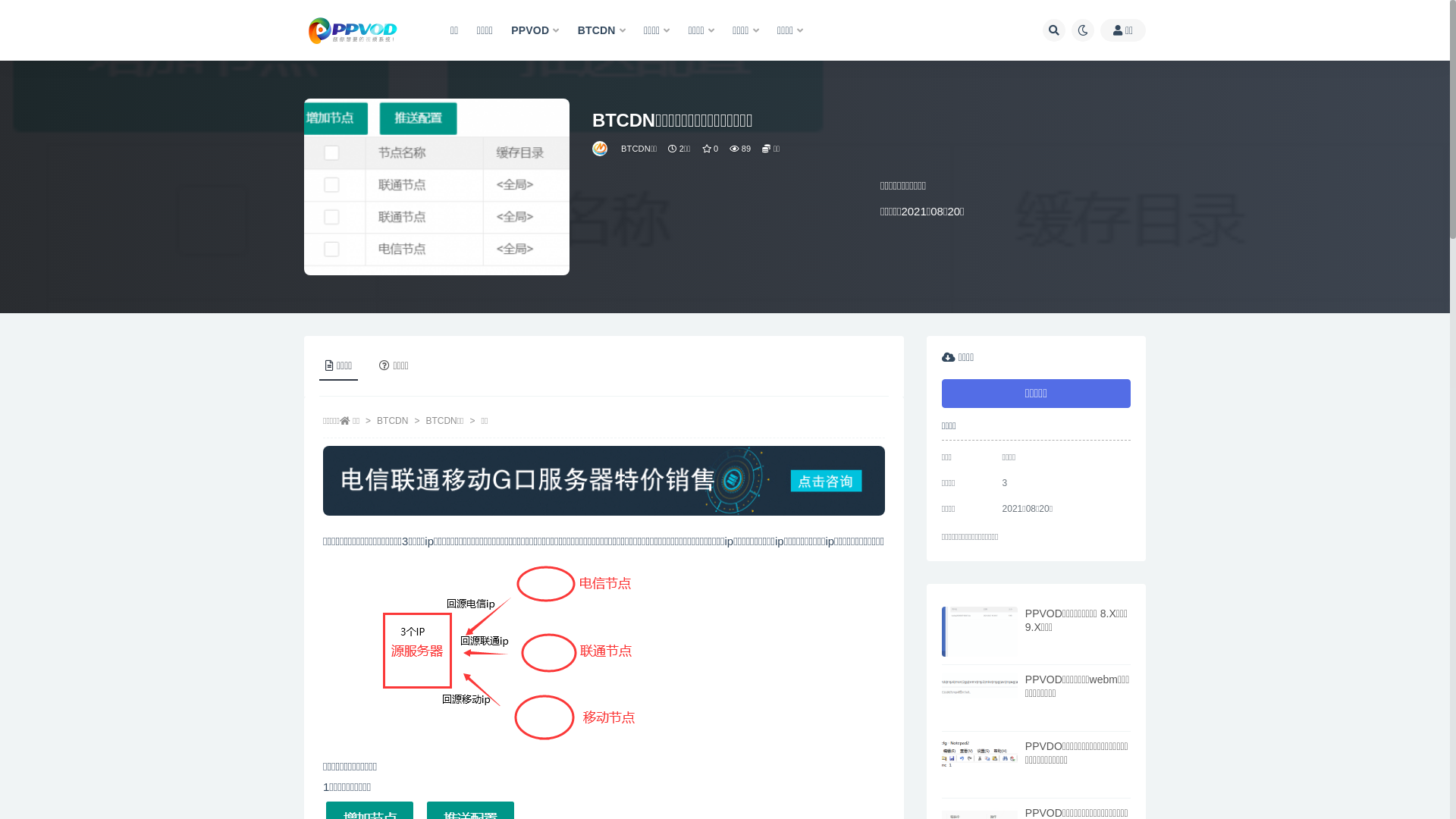  I want to click on 'PPVOD', so click(535, 30).